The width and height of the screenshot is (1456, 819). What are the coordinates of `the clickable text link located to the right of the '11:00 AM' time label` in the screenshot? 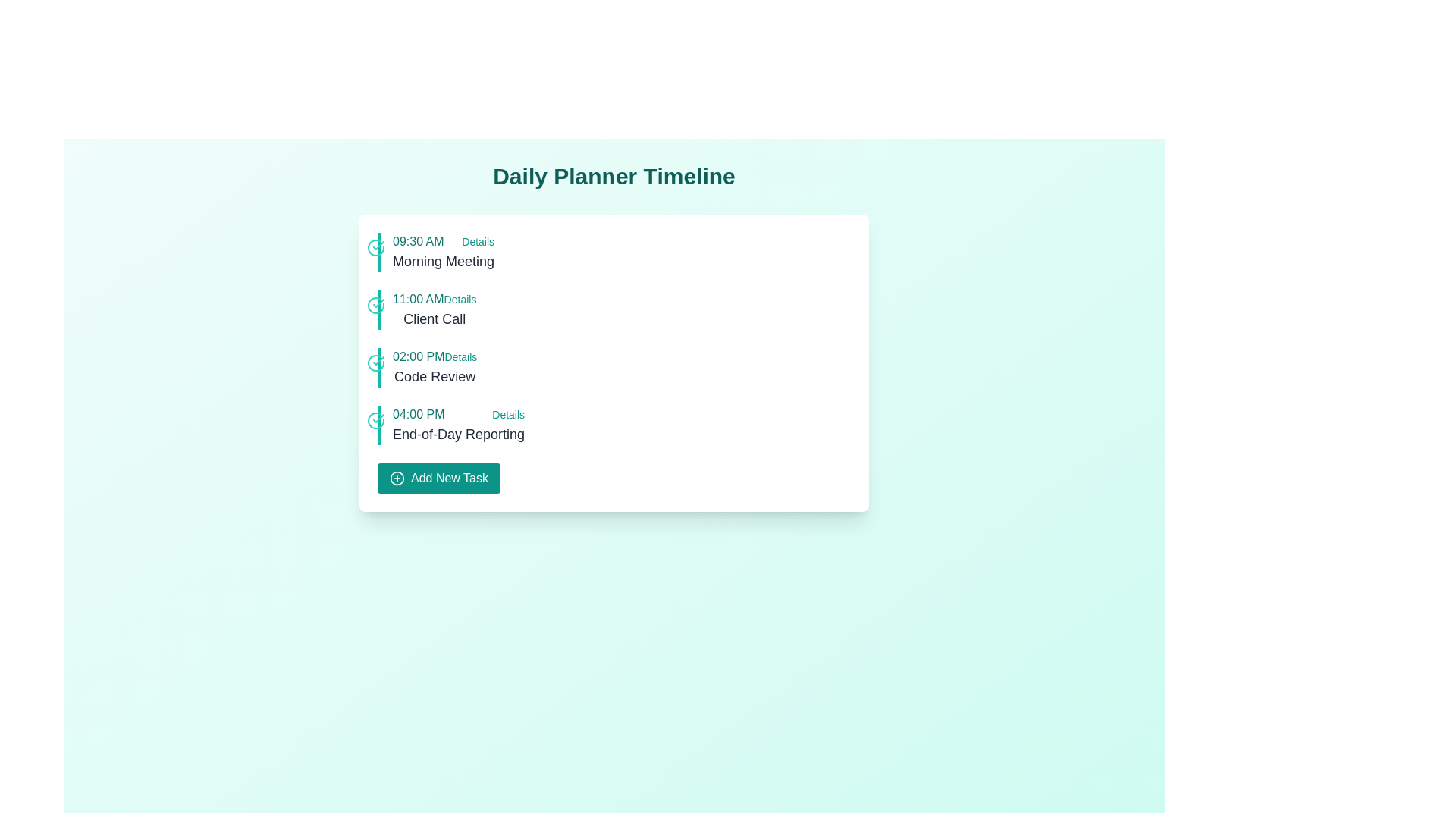 It's located at (459, 299).